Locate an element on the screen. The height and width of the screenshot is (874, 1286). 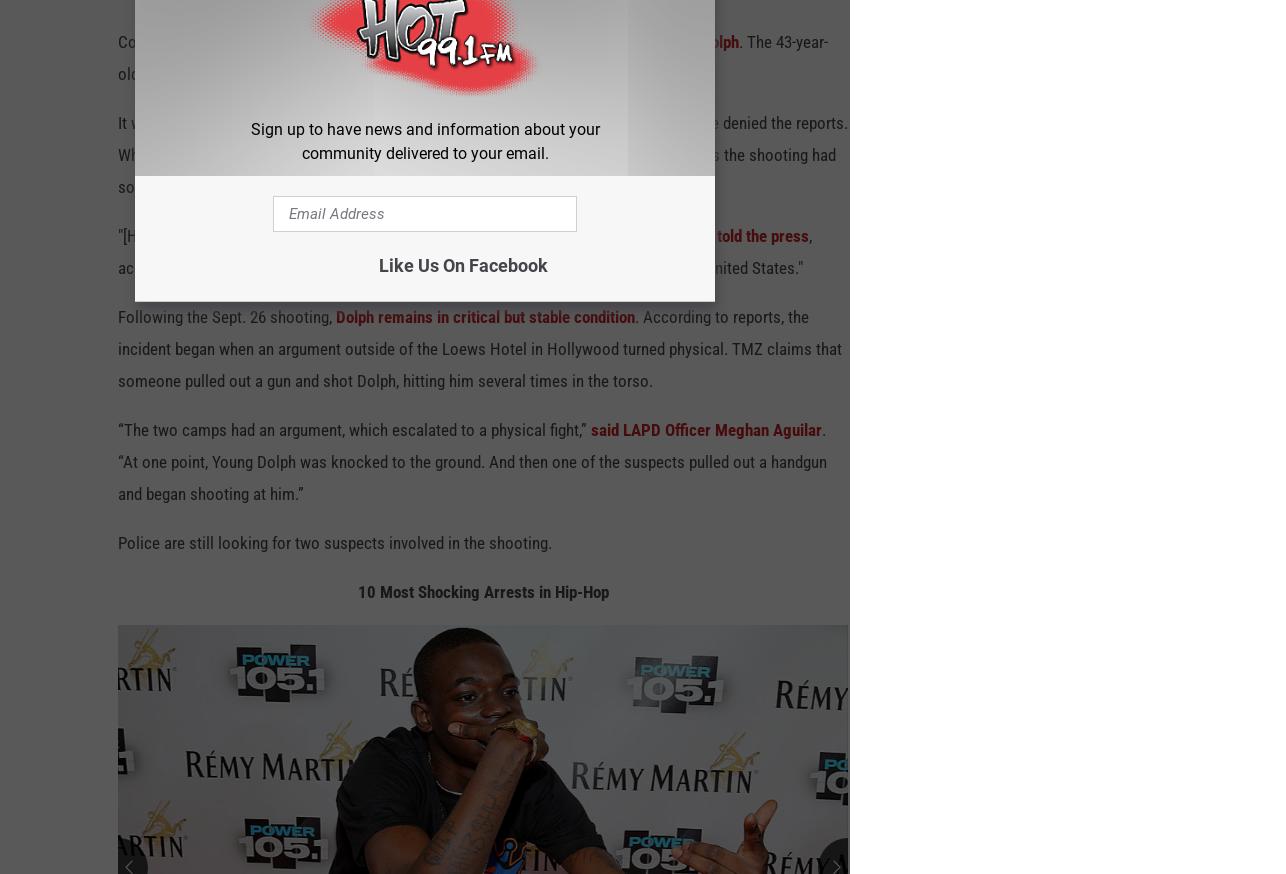
'Share This Photo:' is located at coordinates (697, 648).